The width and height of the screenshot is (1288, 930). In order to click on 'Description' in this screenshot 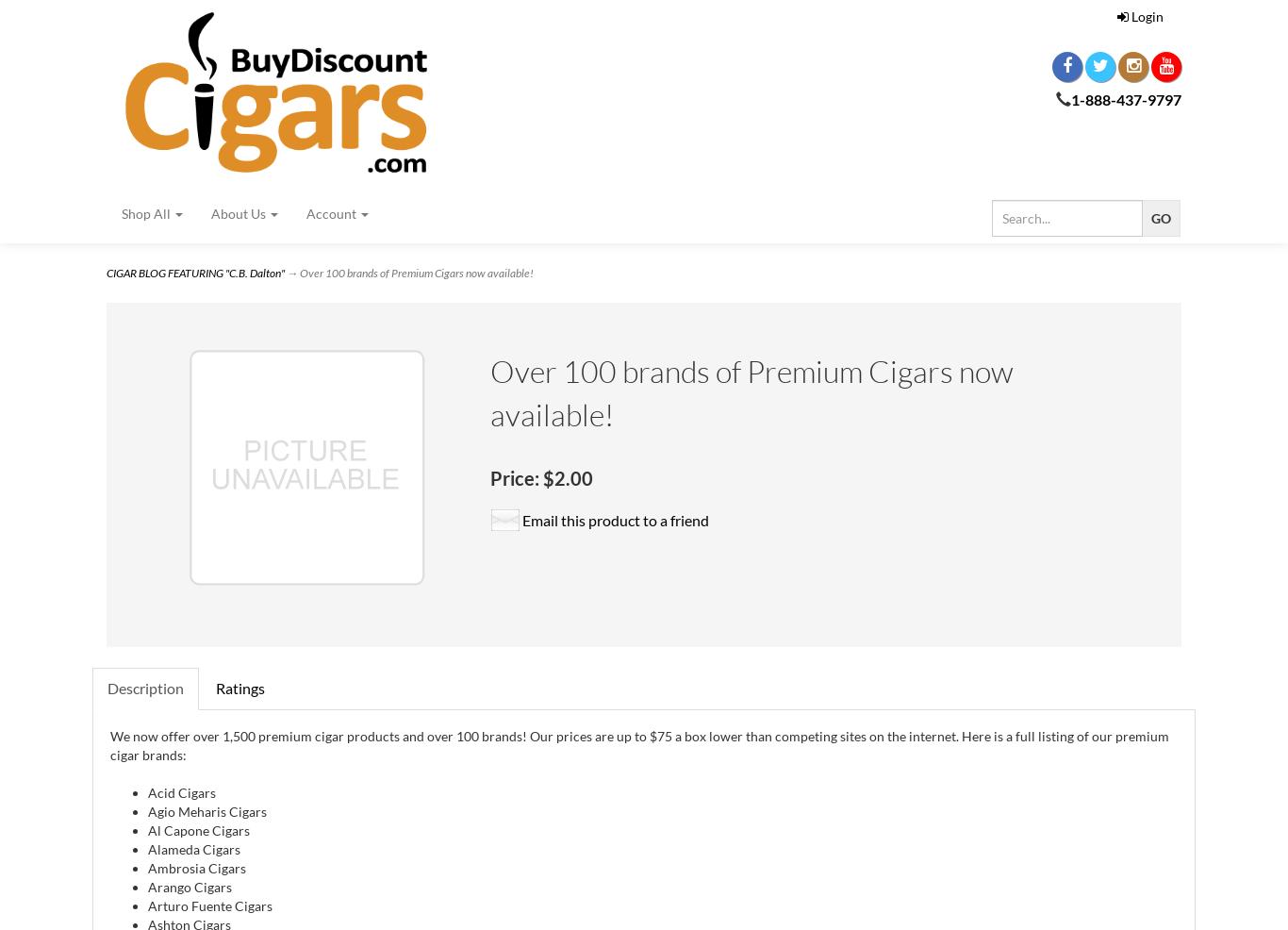, I will do `click(144, 687)`.